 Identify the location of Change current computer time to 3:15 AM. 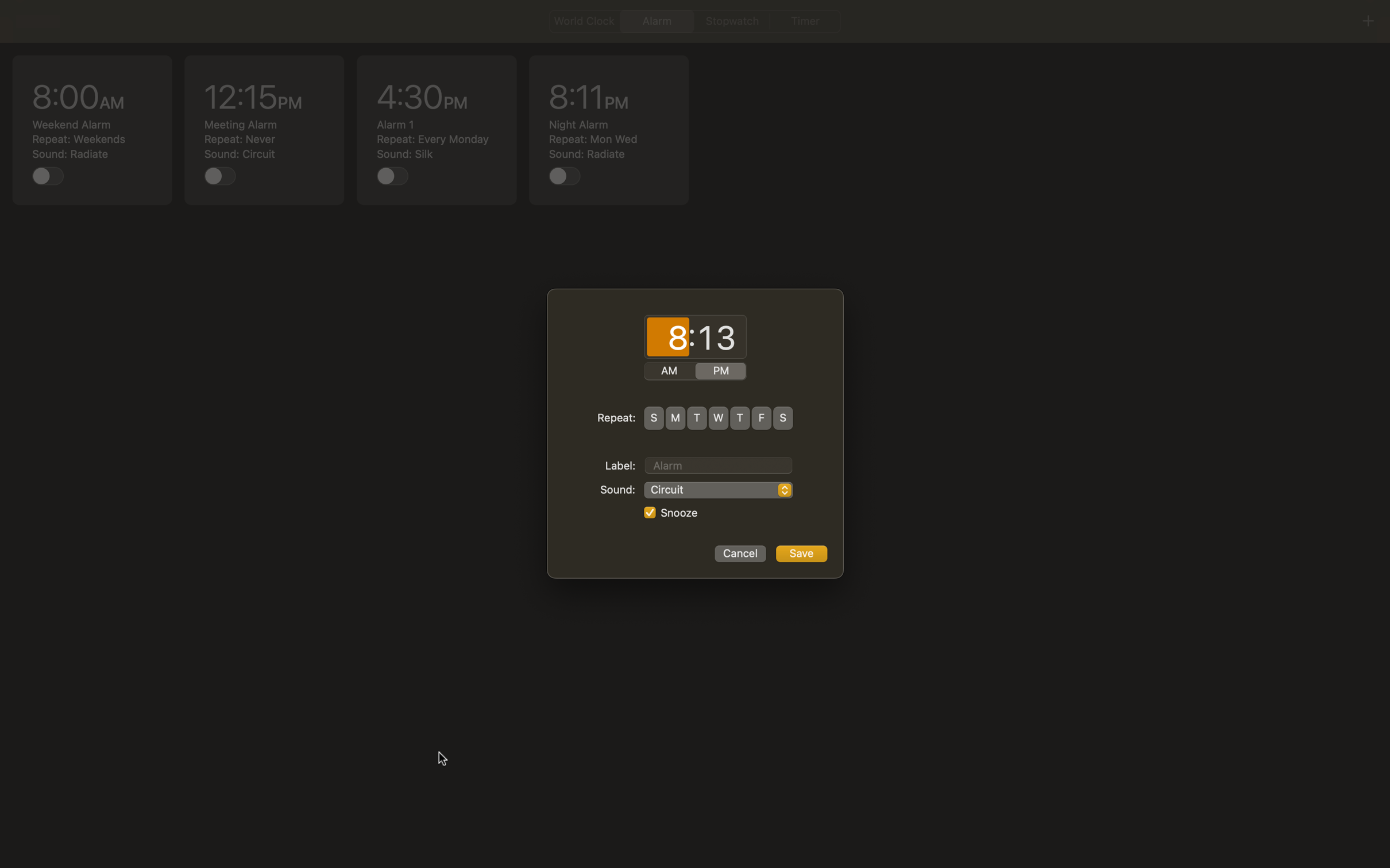
(667, 338).